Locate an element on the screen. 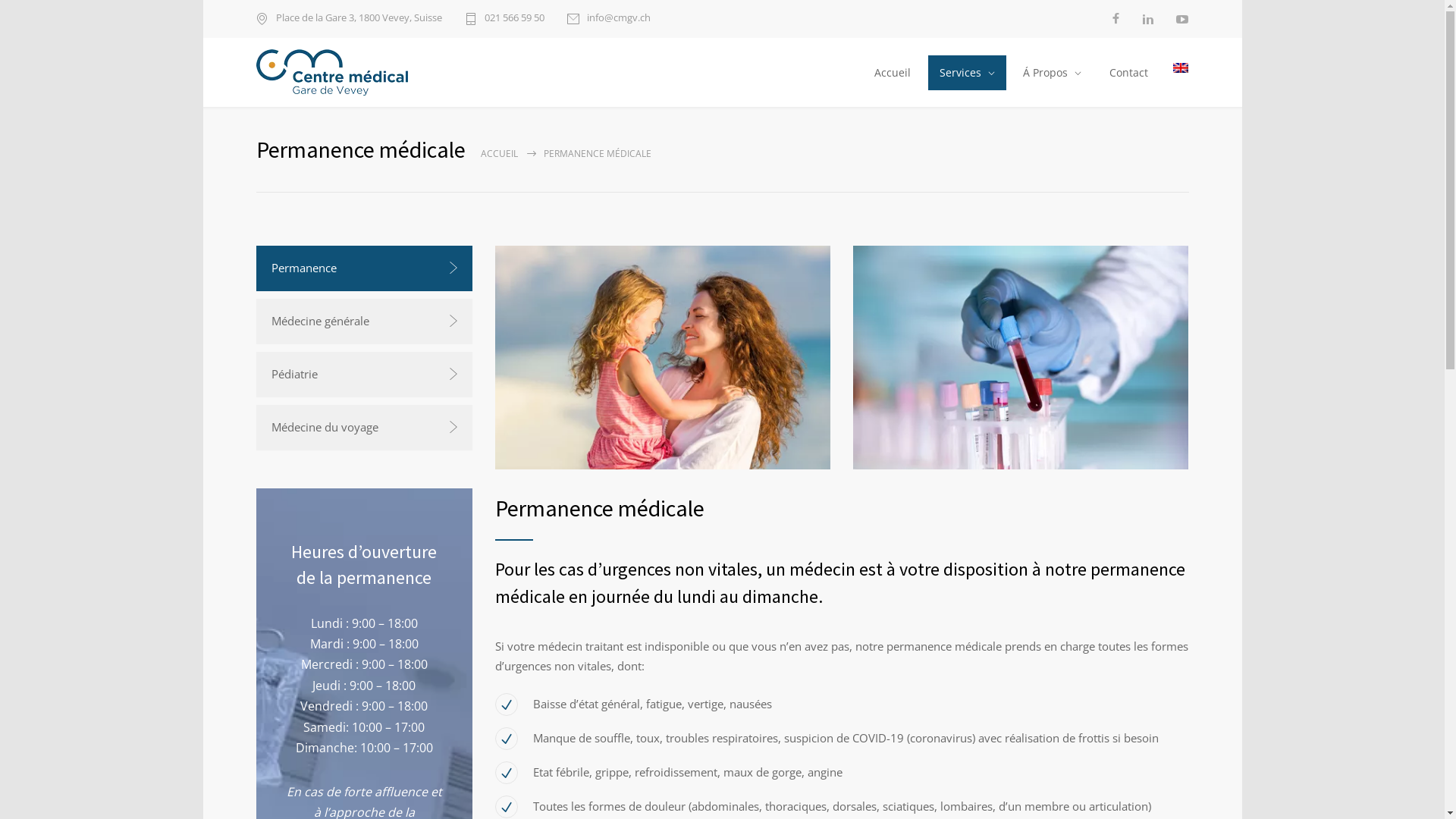 The width and height of the screenshot is (1456, 819). 'Contact' is located at coordinates (1096, 73).